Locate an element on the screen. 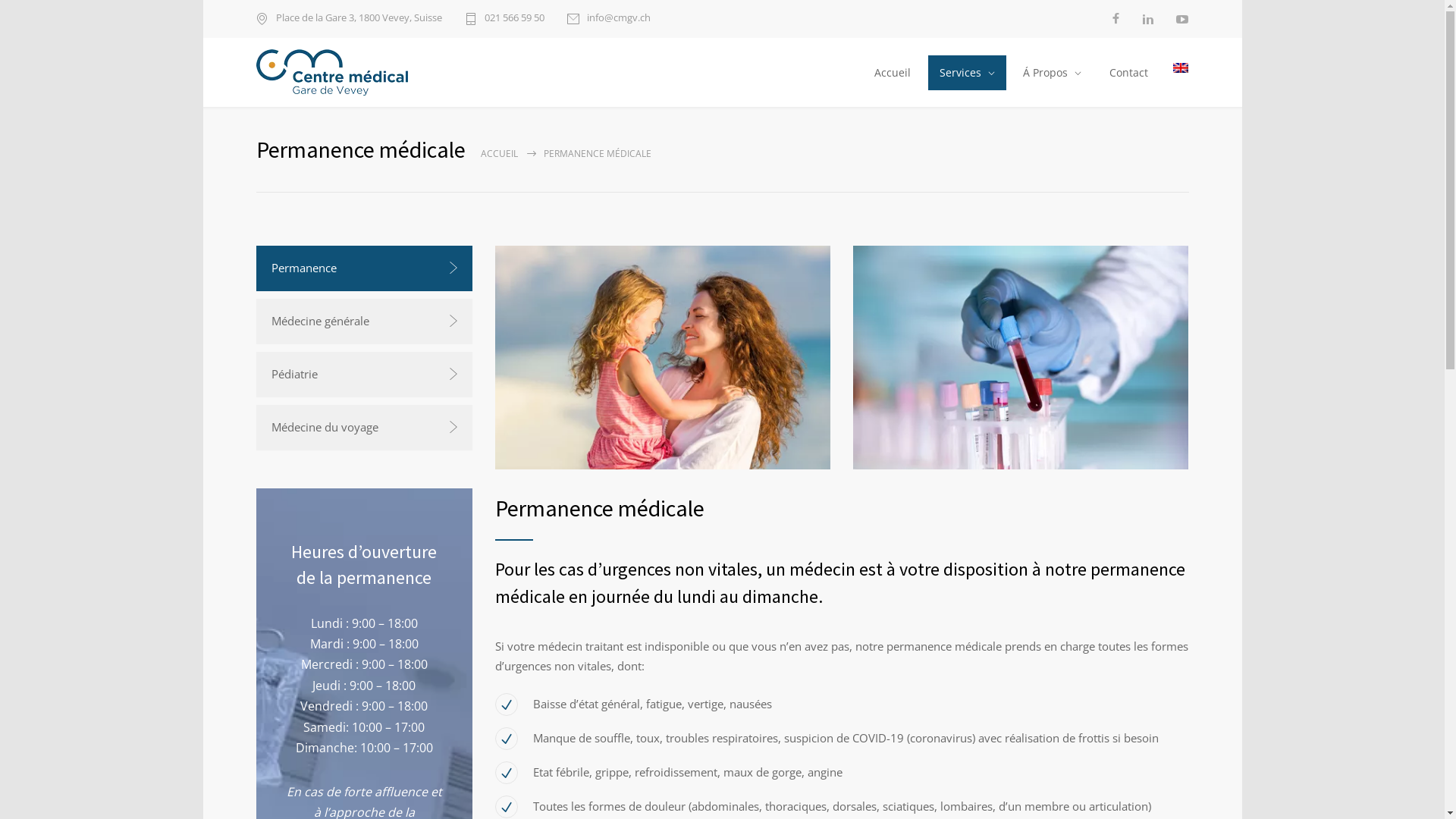 The width and height of the screenshot is (1456, 819). 'Contact' is located at coordinates (1096, 73).